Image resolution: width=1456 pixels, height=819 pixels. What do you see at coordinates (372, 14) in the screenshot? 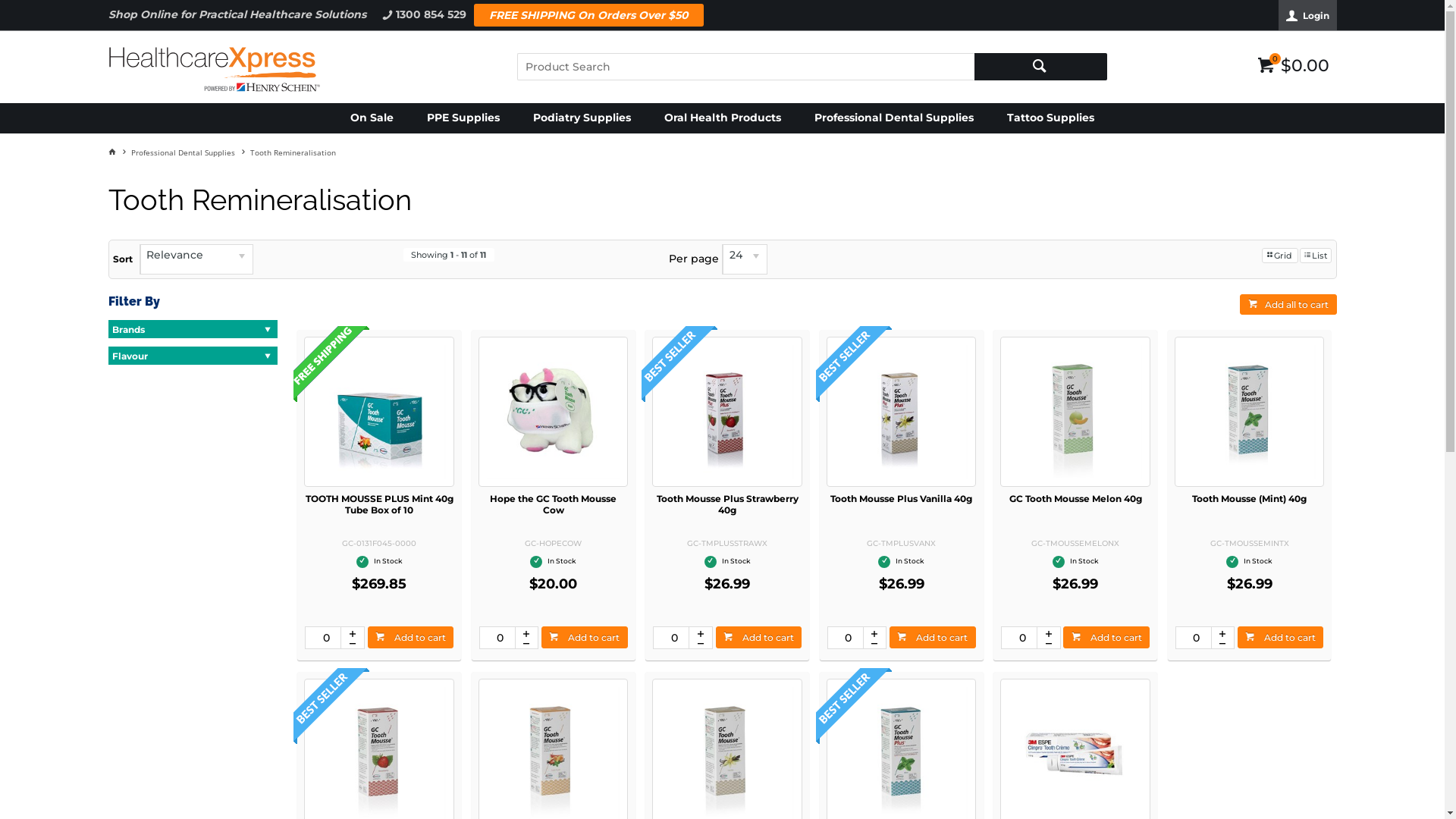
I see `'1300 854 529'` at bounding box center [372, 14].